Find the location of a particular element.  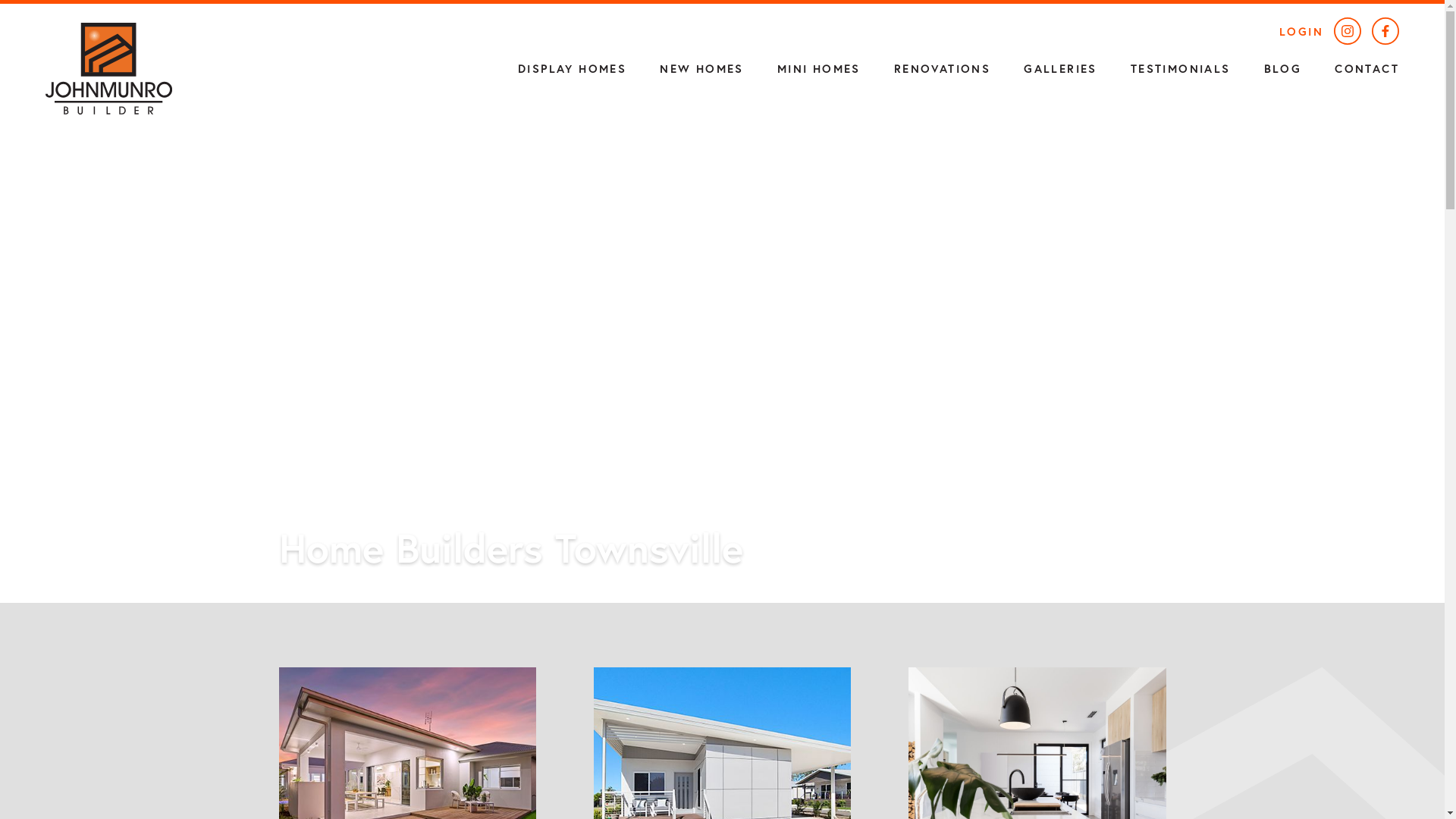

'TESTIMONIALS' is located at coordinates (1179, 67).